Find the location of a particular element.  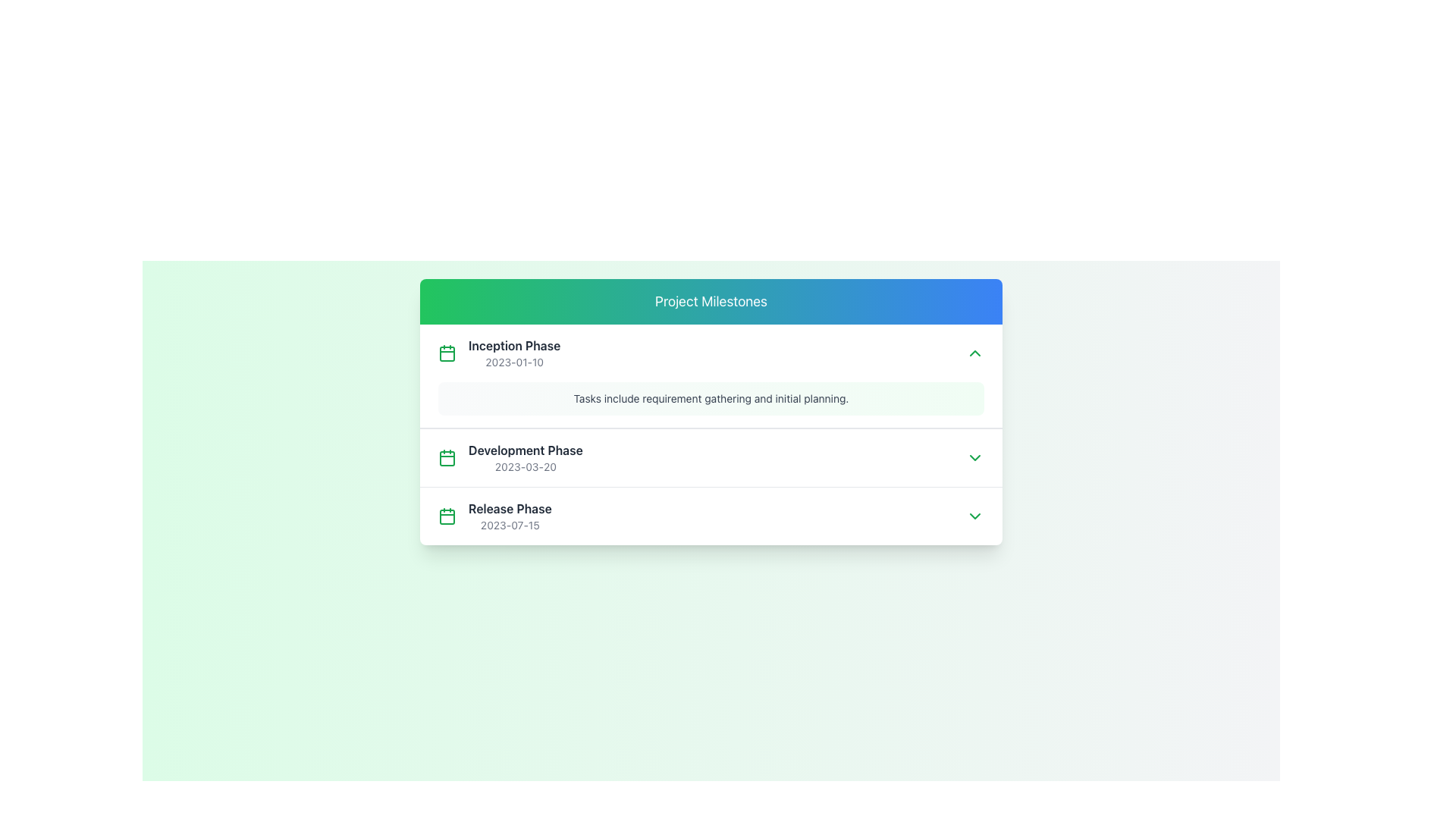

the Text Display Group with Icon that displays the milestone title 'Inception Phase' and the date '2023-01-10' is located at coordinates (499, 353).